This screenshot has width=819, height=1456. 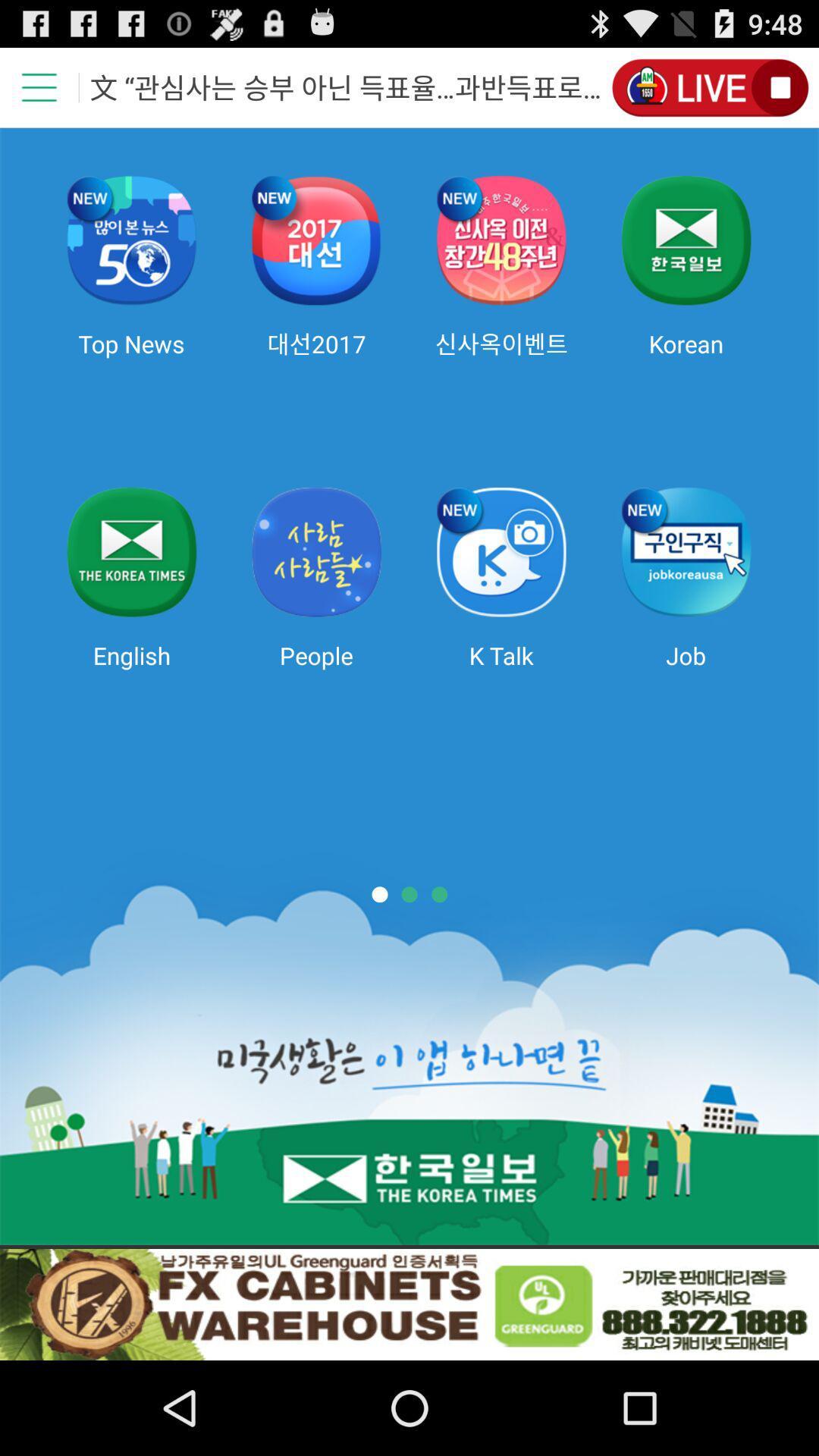 I want to click on live, so click(x=709, y=86).